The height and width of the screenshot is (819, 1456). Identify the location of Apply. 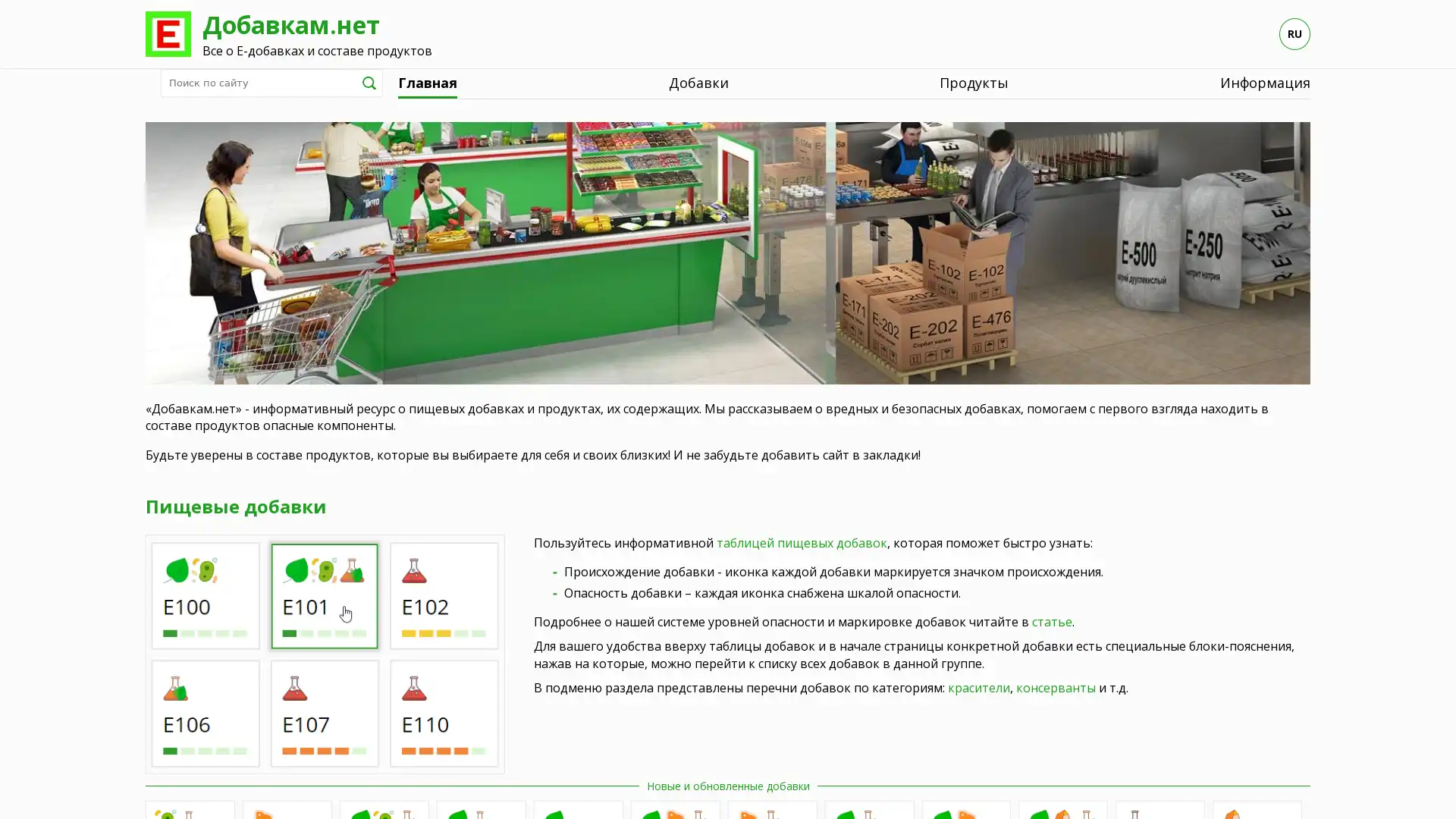
(369, 82).